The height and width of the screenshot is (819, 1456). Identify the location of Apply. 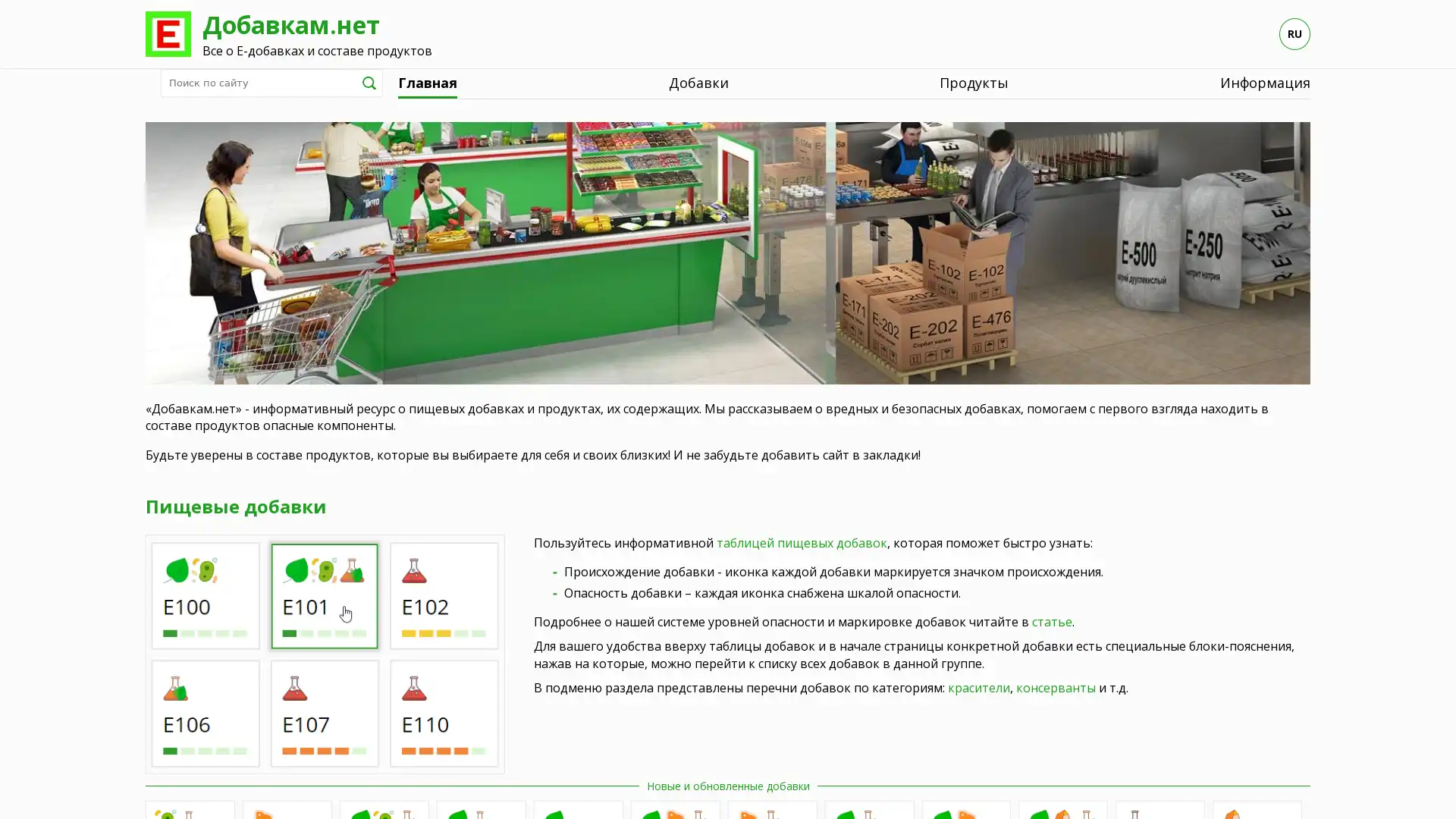
(369, 82).